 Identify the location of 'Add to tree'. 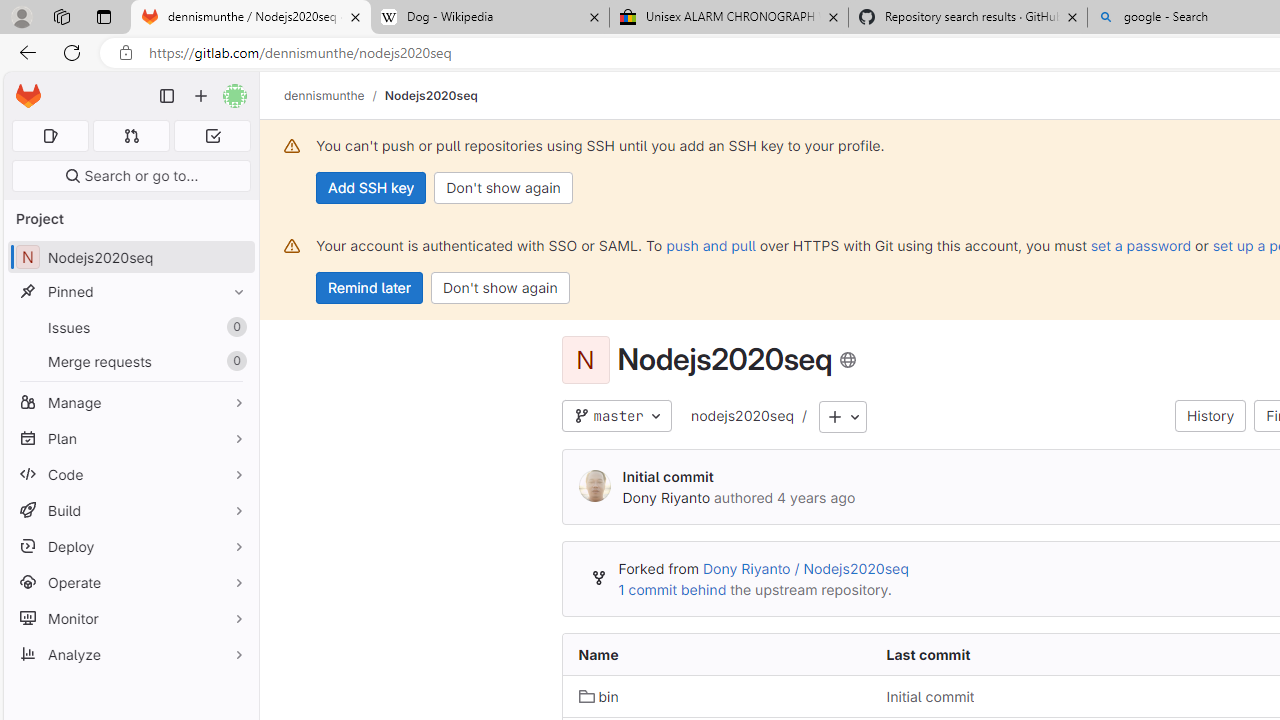
(843, 416).